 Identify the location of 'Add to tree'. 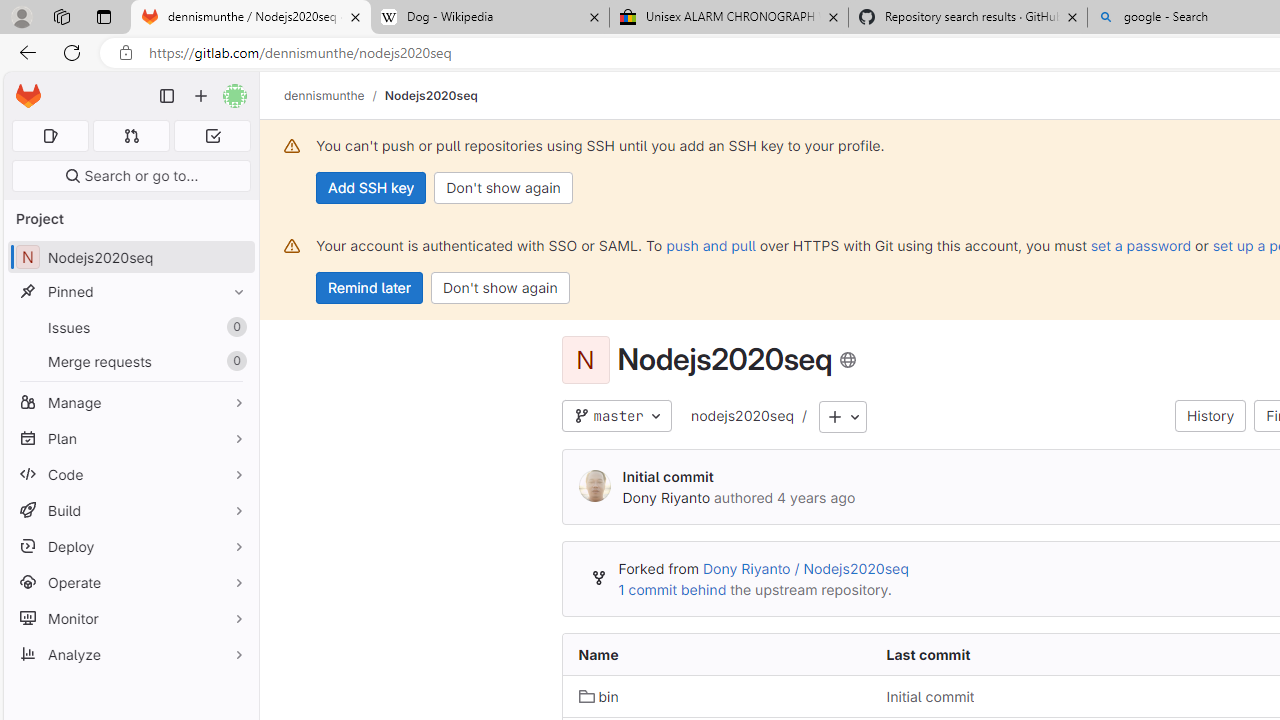
(843, 416).